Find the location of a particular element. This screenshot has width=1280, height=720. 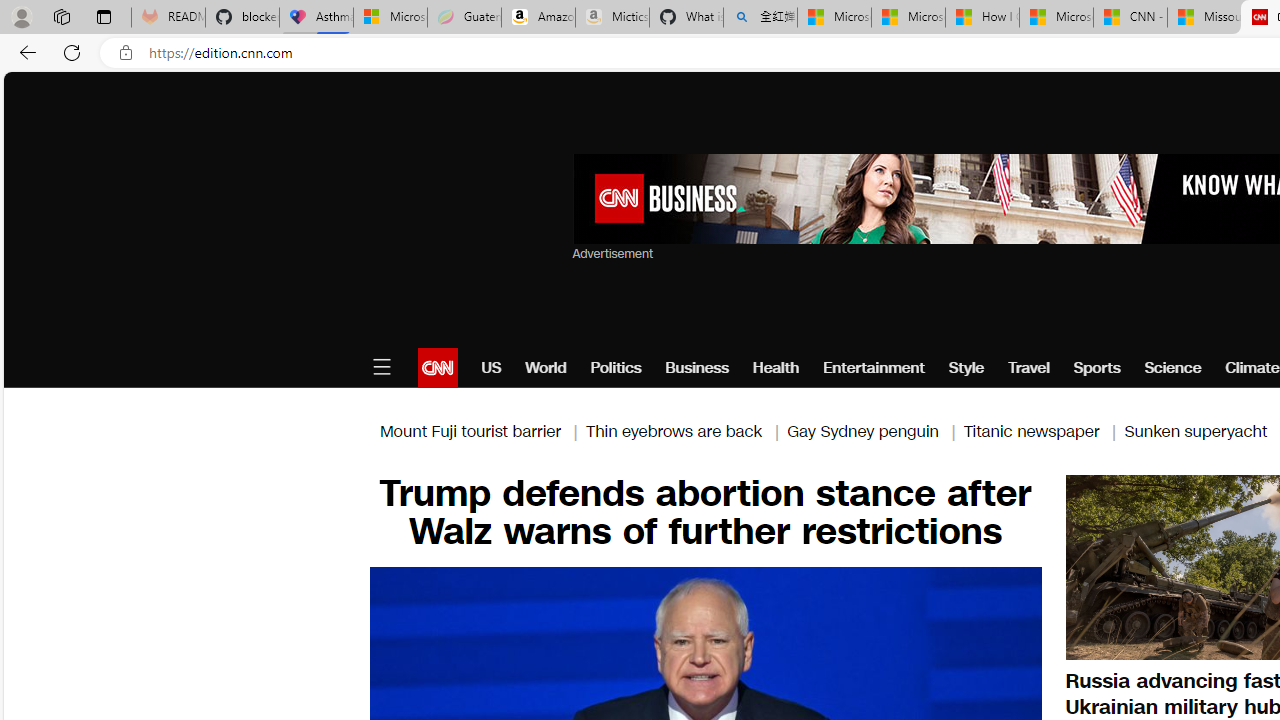

'Open Menu Icon' is located at coordinates (381, 367).